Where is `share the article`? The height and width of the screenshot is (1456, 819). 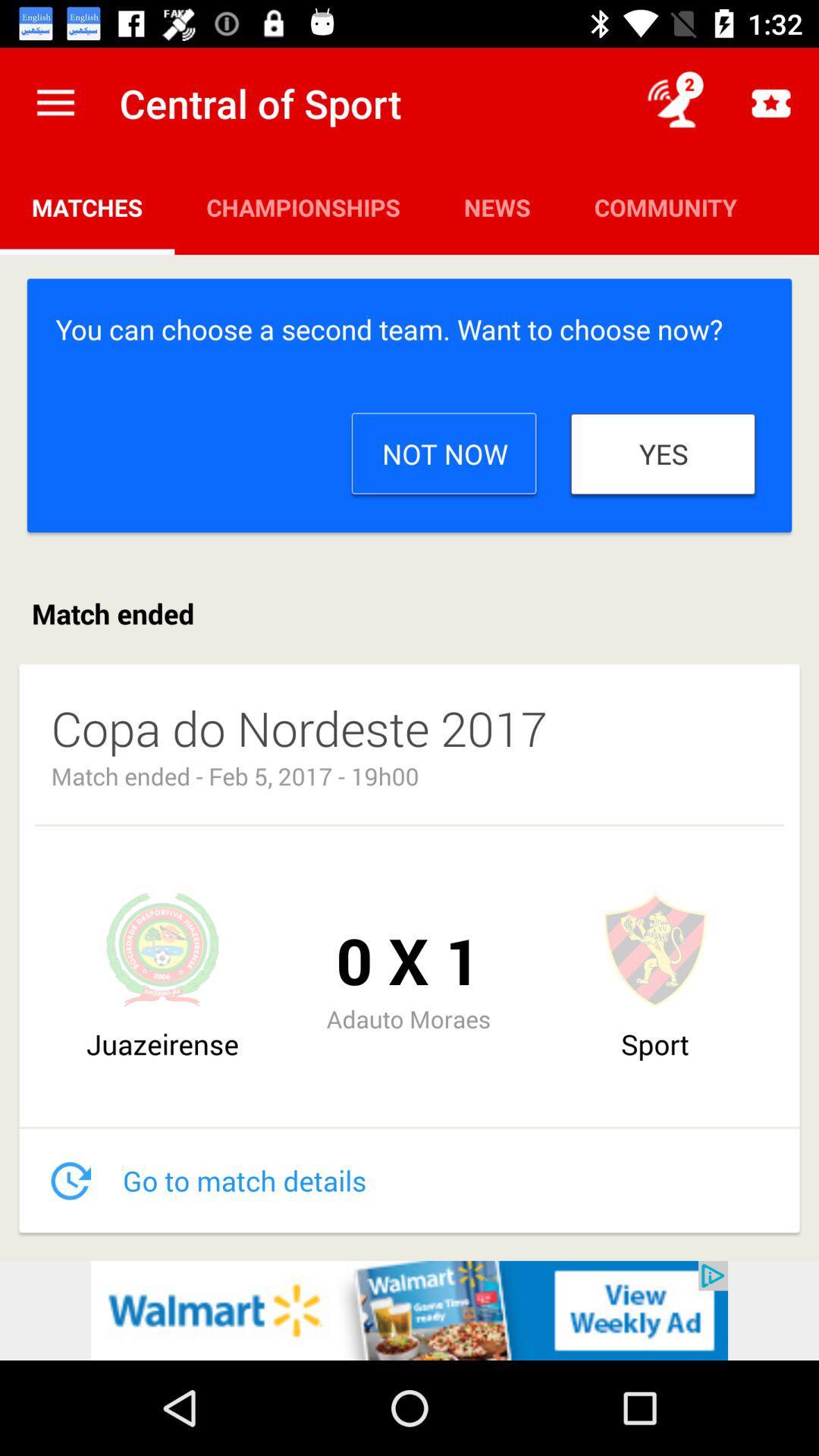 share the article is located at coordinates (409, 1310).